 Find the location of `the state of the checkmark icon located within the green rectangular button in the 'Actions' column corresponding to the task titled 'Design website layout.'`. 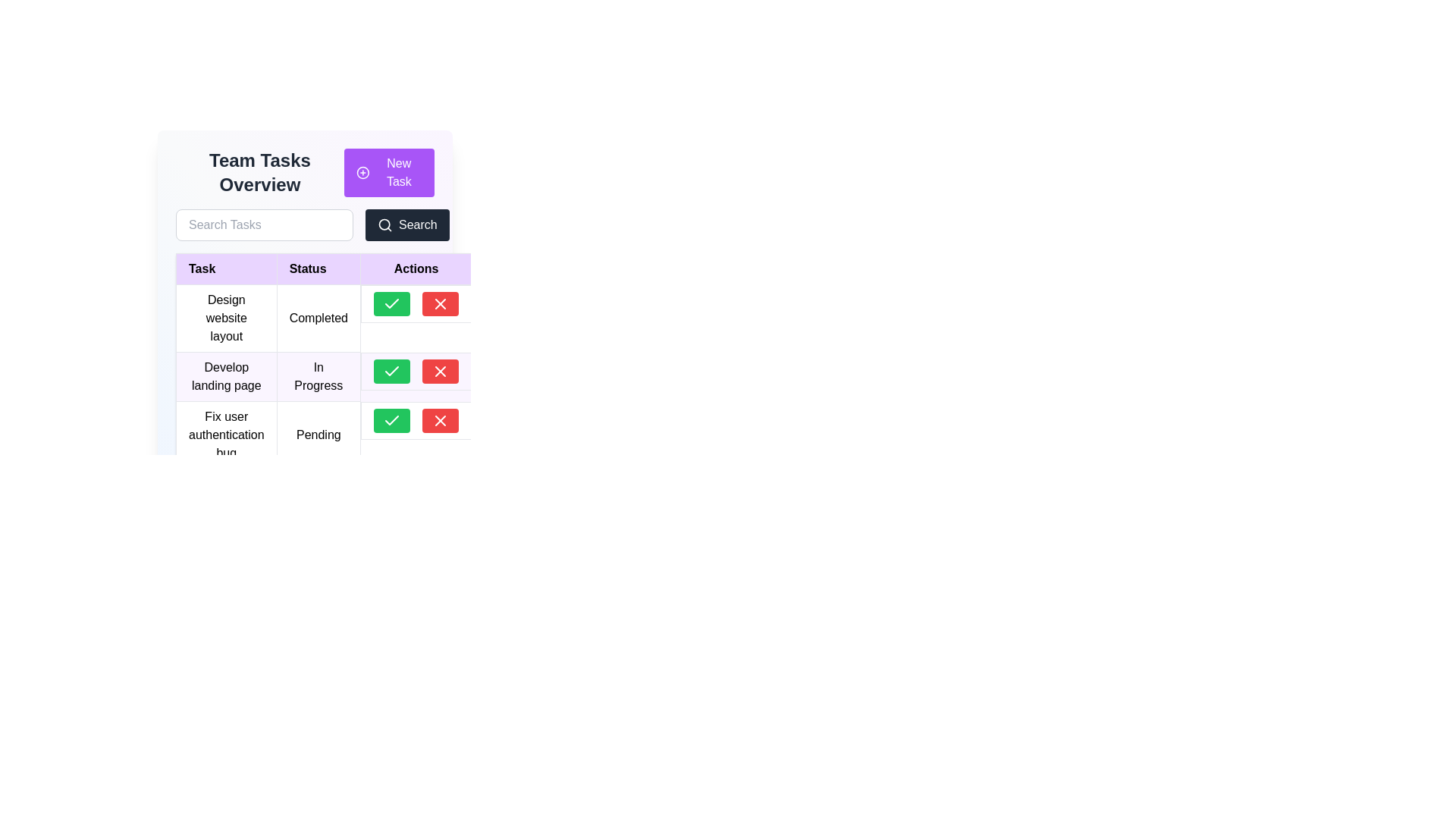

the state of the checkmark icon located within the green rectangular button in the 'Actions' column corresponding to the task titled 'Design website layout.' is located at coordinates (392, 303).